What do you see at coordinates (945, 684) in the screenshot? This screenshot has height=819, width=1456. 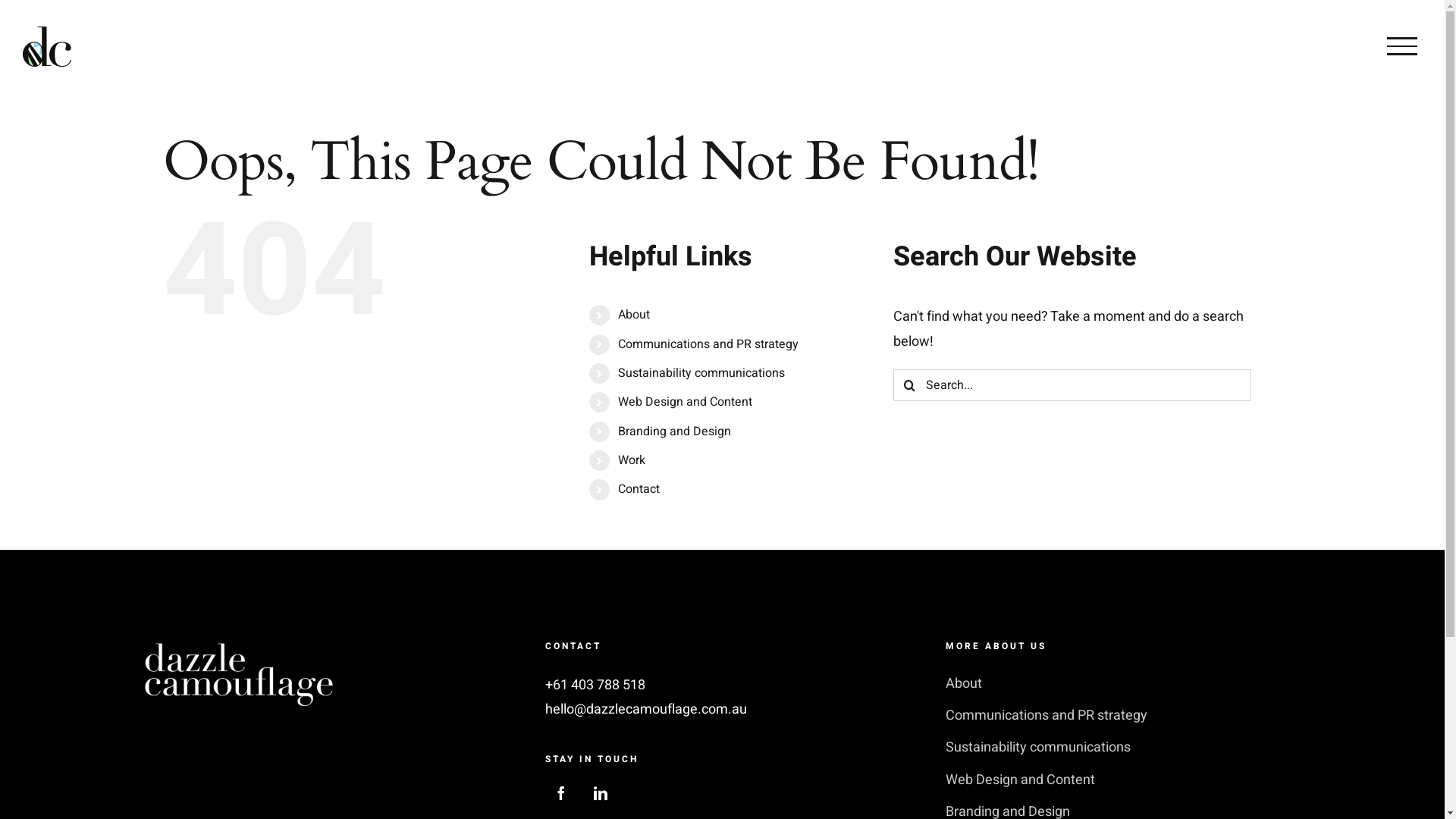 I see `'About'` at bounding box center [945, 684].